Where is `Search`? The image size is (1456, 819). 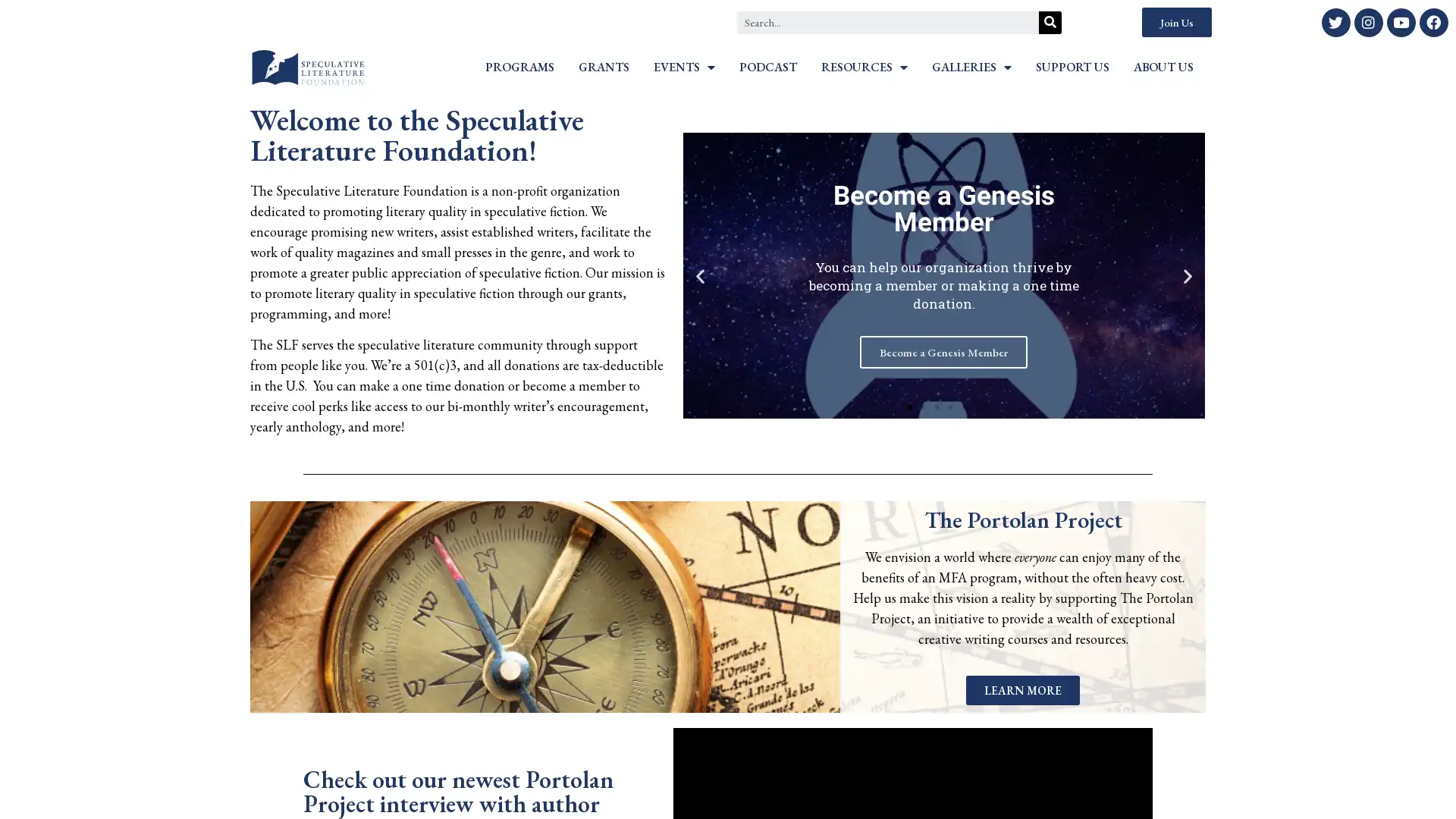
Search is located at coordinates (1050, 22).